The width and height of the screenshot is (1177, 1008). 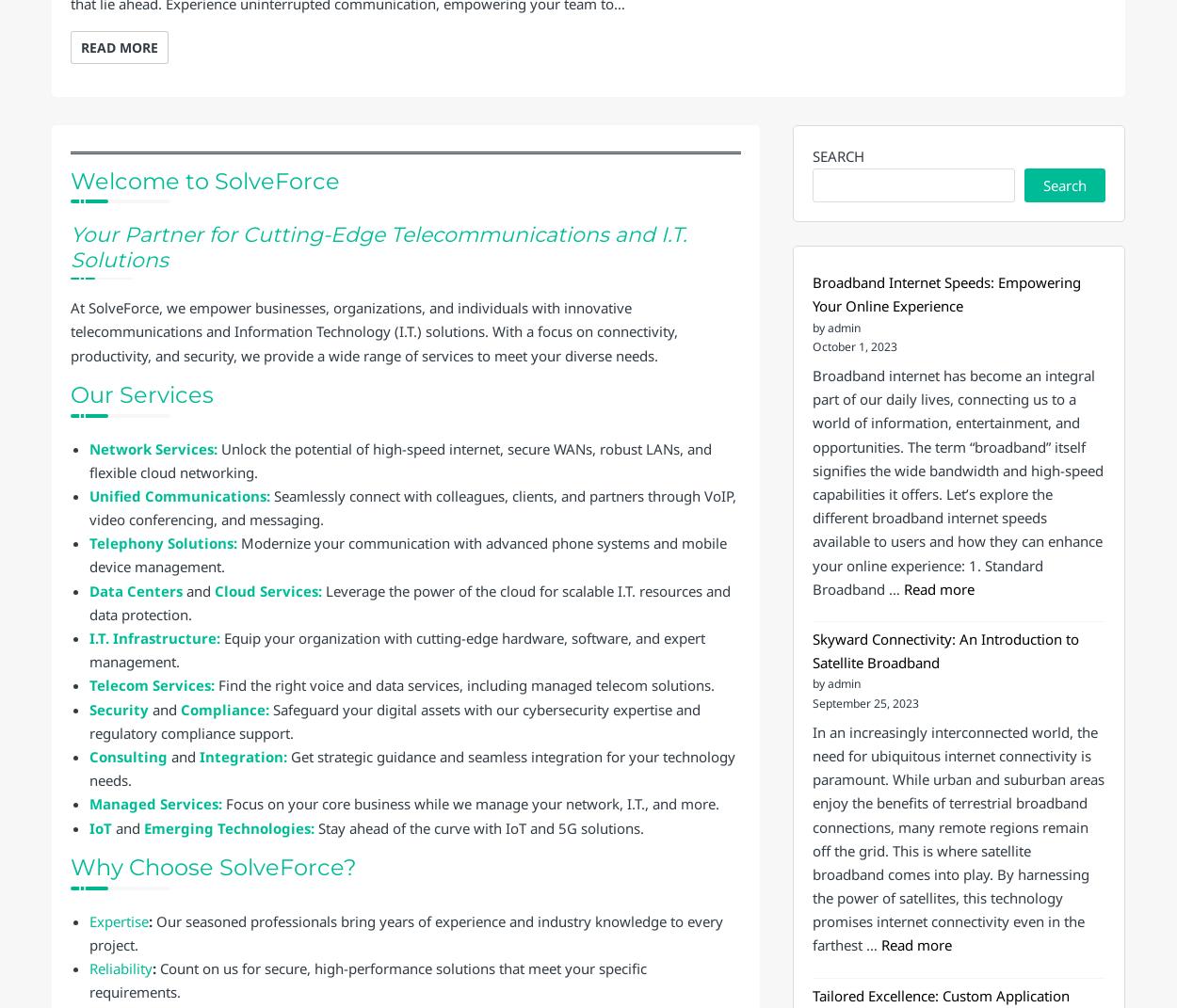 I want to click on 'Data Centers', so click(x=136, y=588).